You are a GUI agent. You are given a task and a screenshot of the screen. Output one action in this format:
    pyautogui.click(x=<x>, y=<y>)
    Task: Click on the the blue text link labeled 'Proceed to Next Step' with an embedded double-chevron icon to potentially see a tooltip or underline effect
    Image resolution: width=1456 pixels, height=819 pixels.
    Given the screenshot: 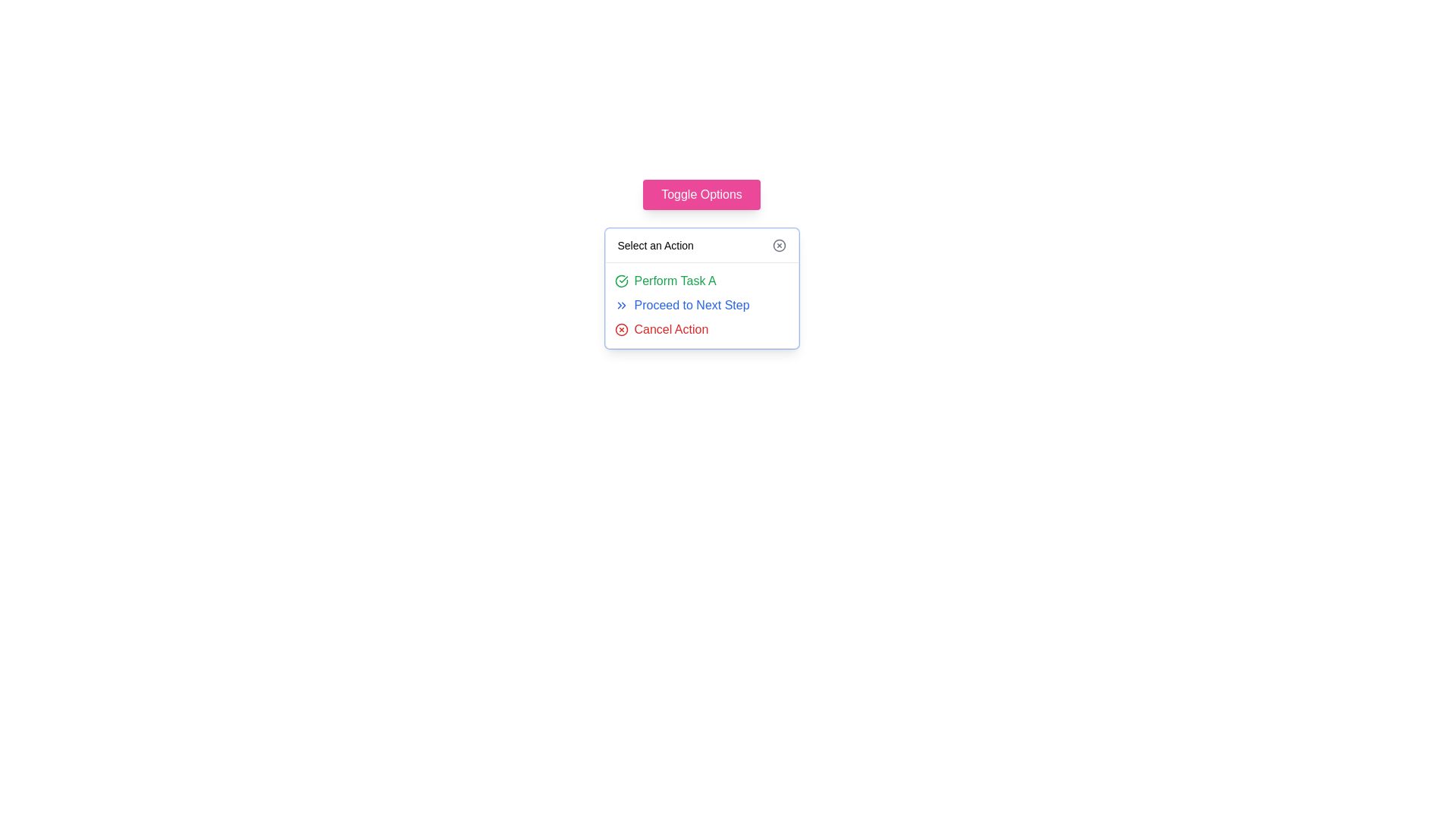 What is the action you would take?
    pyautogui.click(x=701, y=305)
    